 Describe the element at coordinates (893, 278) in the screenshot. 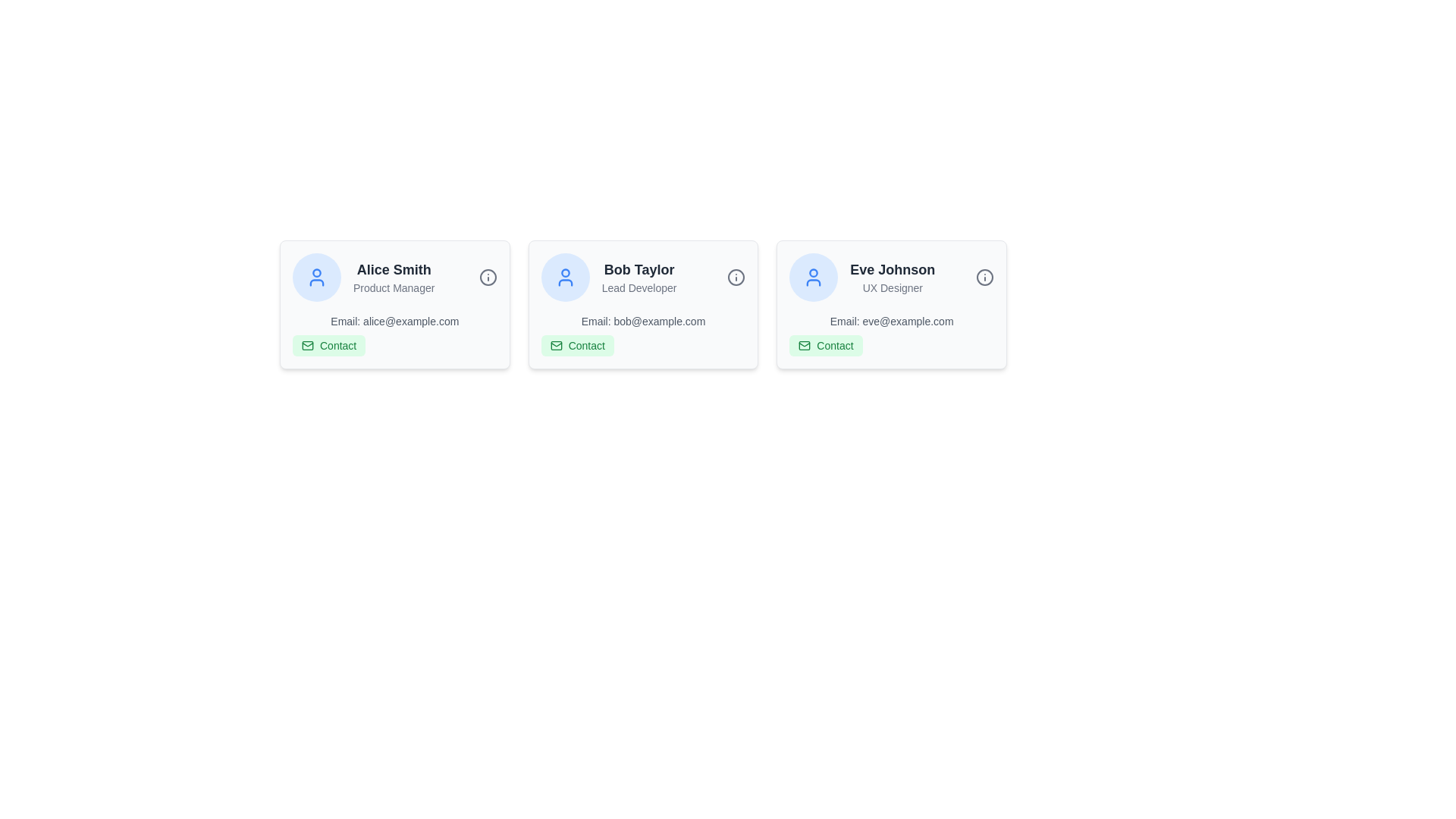

I see `text content of the title and job title located in the third card, which is centrally positioned above the email address and the green 'Contact' button, with a blue circular user icon to the left and an 'i' icon to the right` at that location.